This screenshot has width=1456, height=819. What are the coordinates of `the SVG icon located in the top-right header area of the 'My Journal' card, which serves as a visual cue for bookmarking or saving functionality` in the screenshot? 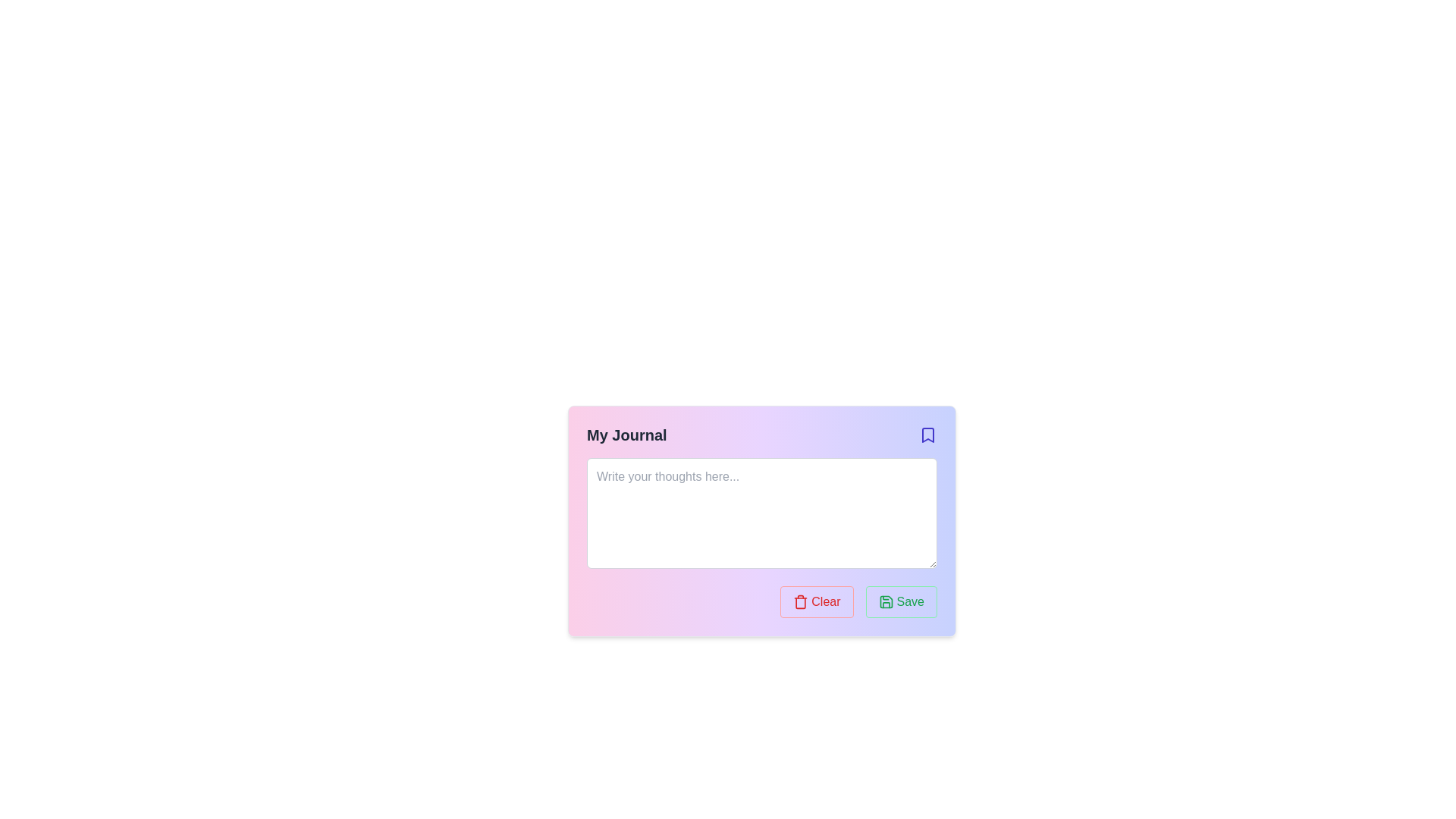 It's located at (927, 435).